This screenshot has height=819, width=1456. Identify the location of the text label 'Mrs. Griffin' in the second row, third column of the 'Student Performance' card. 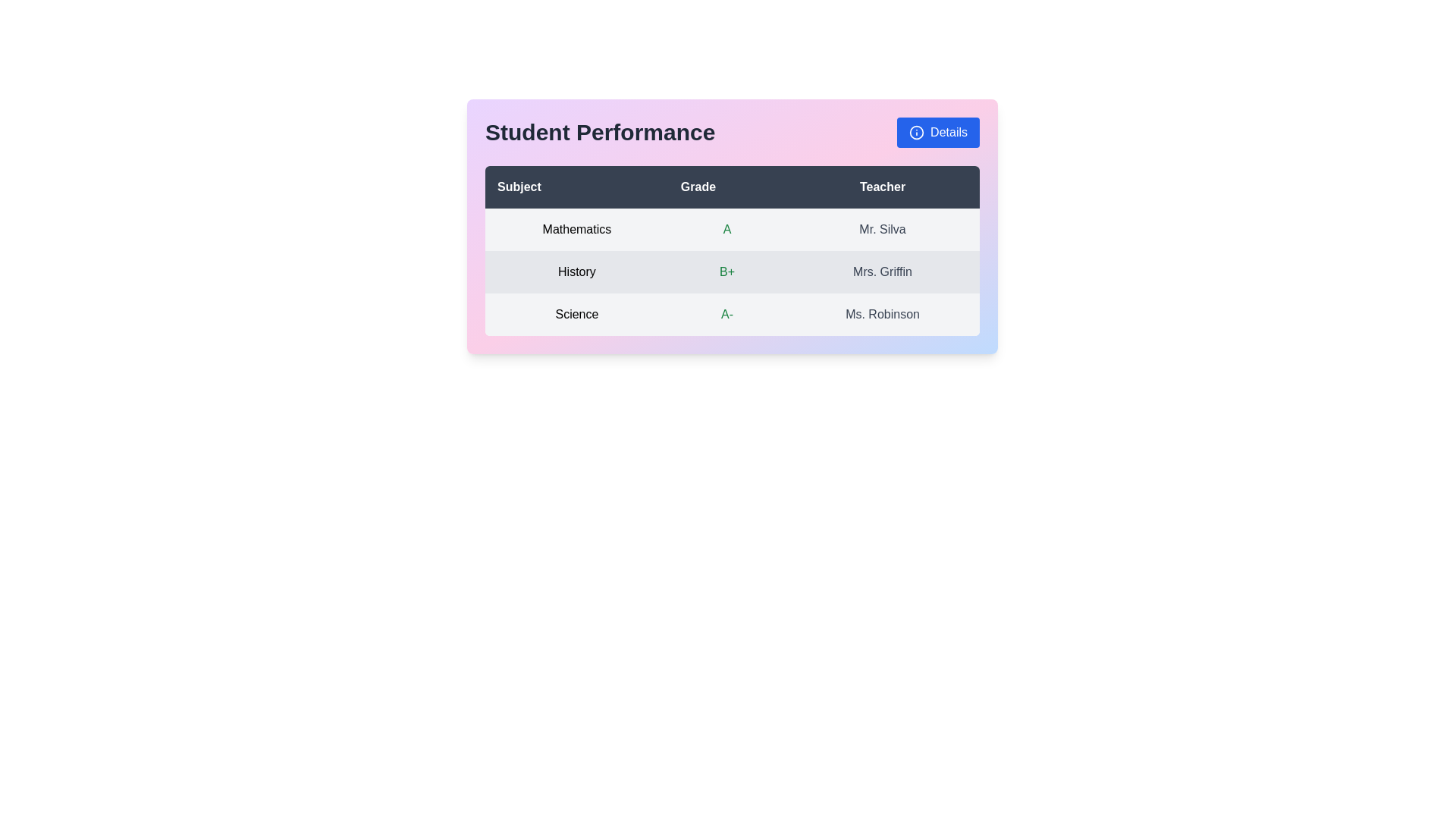
(883, 271).